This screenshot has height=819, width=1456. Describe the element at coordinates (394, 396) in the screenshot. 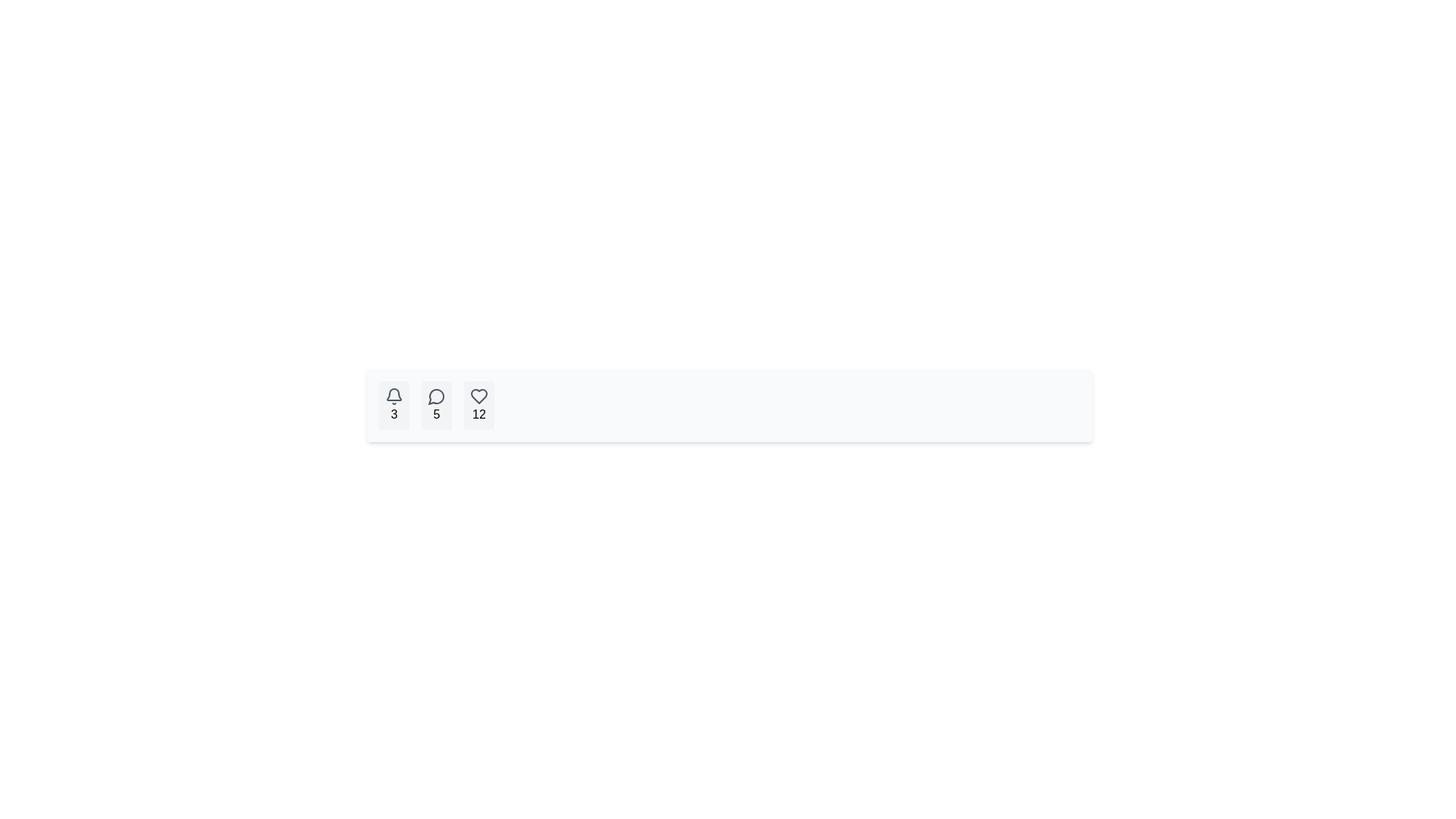

I see `the bell icon, which is outlined with a gray stroke and represents notifications, for extended options` at that location.